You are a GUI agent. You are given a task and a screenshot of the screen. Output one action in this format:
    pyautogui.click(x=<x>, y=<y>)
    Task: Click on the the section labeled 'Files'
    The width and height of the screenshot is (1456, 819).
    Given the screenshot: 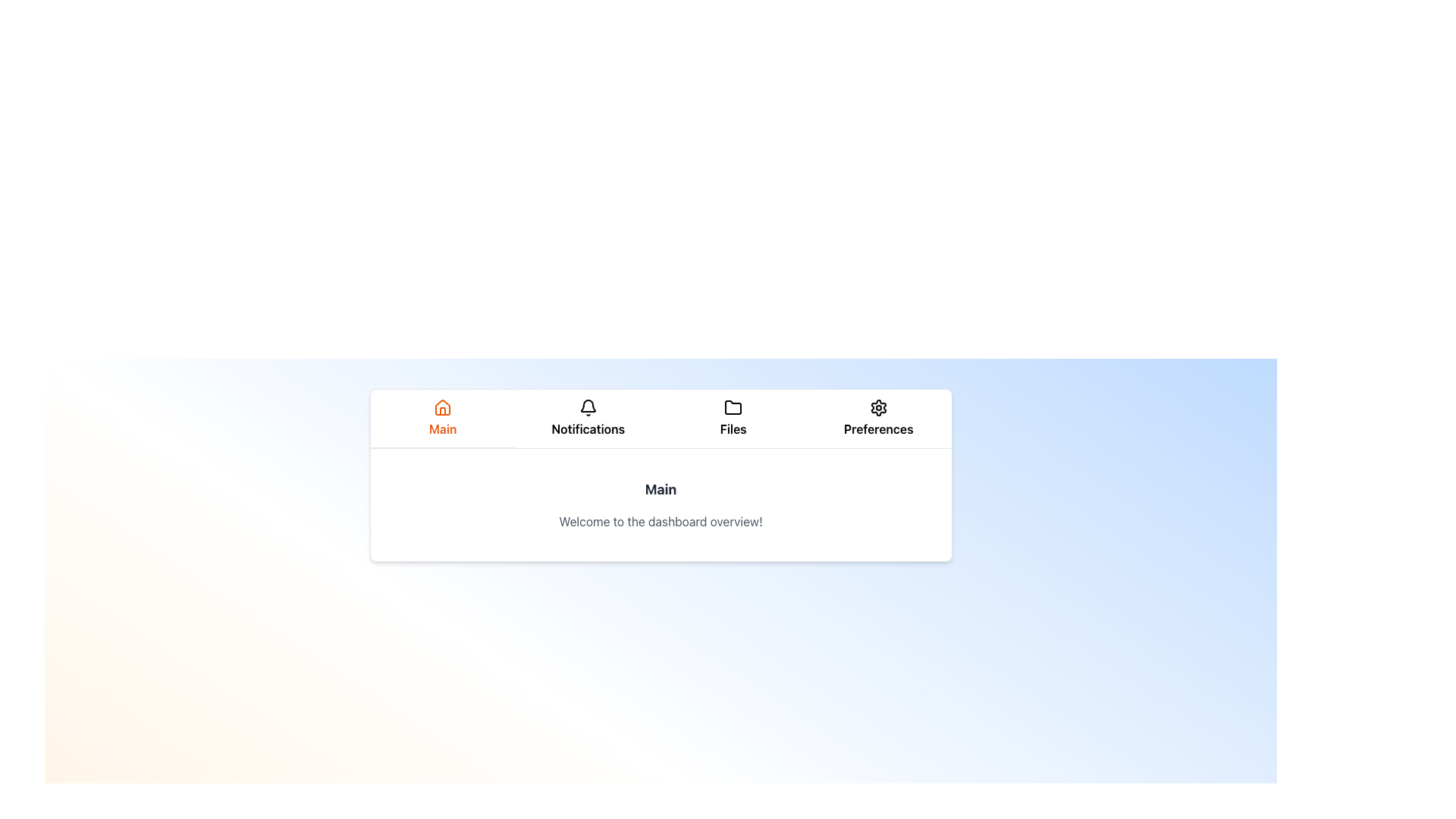 What is the action you would take?
    pyautogui.click(x=733, y=429)
    